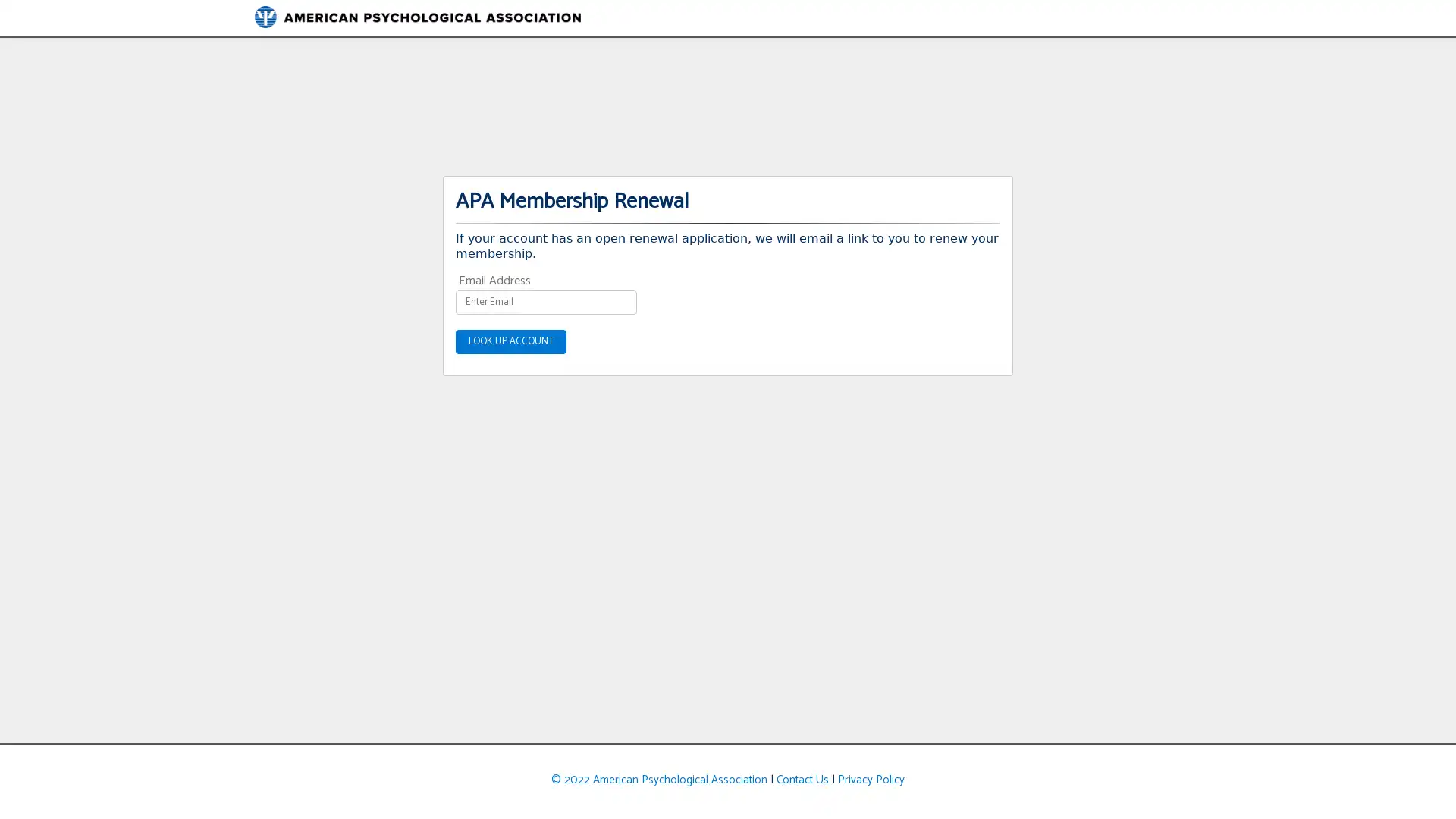  I want to click on LOOK UP ACCOUNT, so click(510, 341).